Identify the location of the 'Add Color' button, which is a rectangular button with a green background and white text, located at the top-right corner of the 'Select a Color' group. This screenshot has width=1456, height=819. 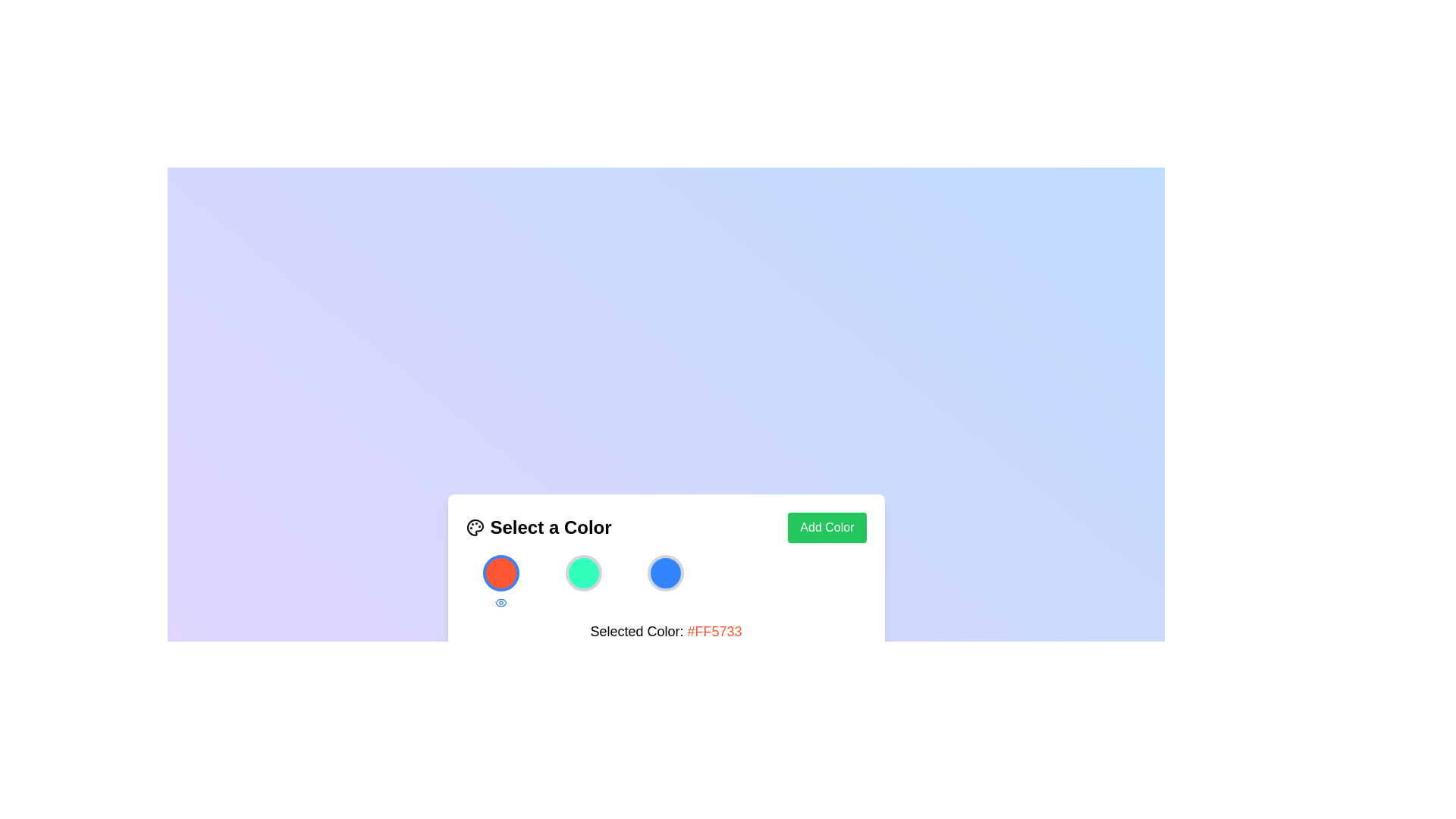
(826, 526).